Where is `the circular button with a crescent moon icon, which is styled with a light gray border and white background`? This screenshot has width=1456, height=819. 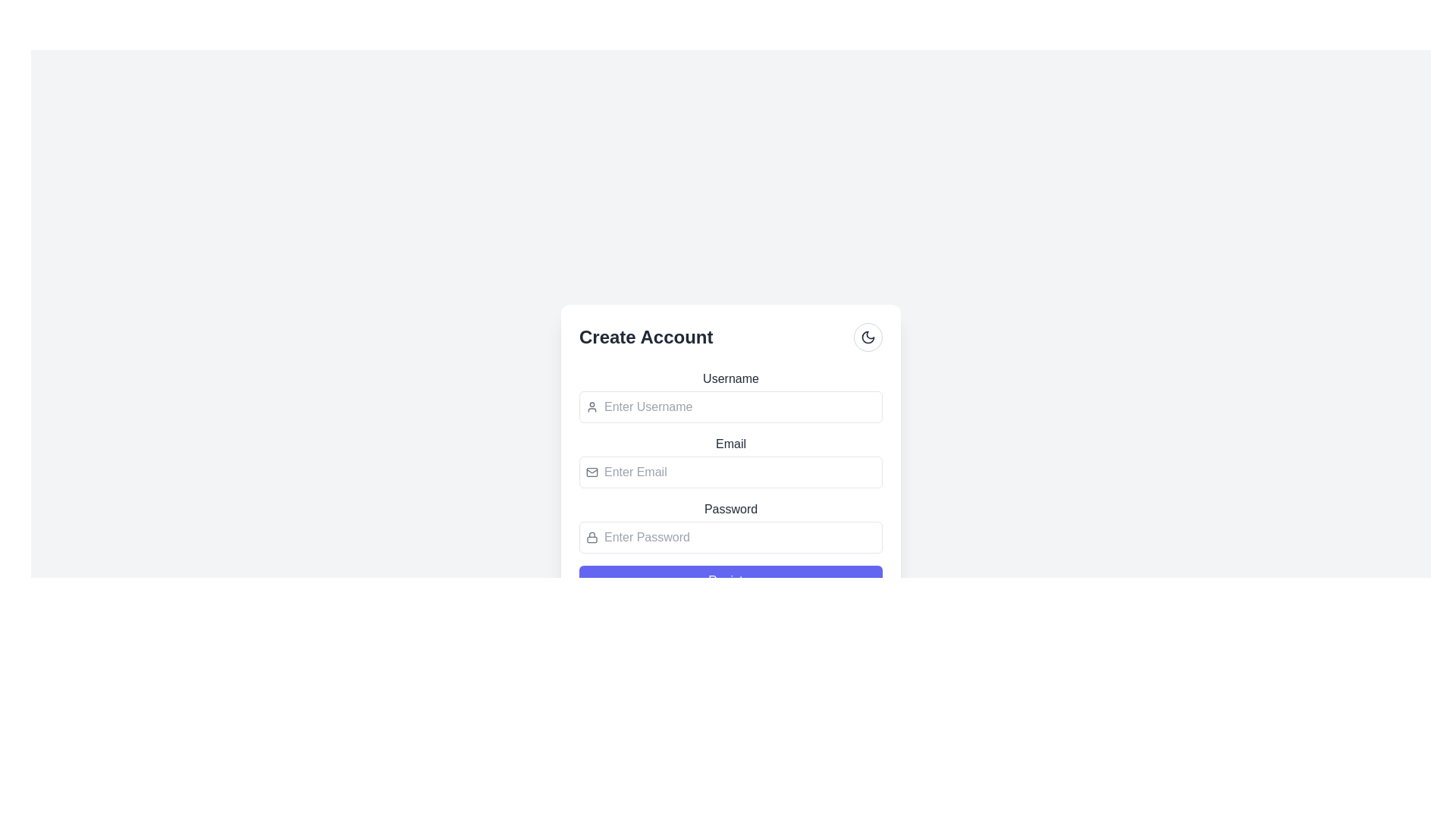 the circular button with a crescent moon icon, which is styled with a light gray border and white background is located at coordinates (868, 336).